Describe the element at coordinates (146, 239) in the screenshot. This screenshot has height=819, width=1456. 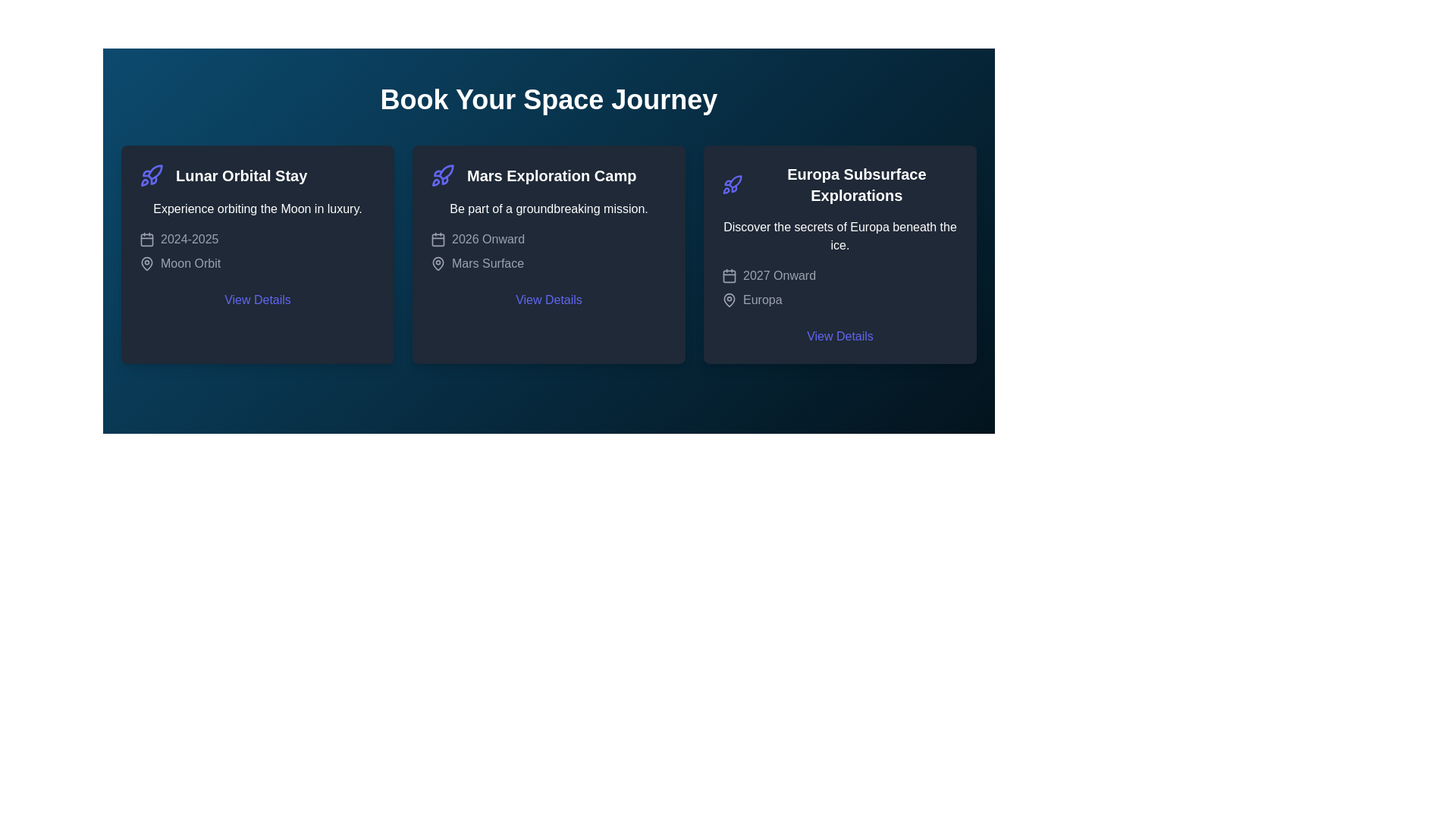
I see `the decorative rectangle that serves as the background of the calendar icon, located near the text '2024-2025' in the leftmost card for the 'Lunar Orbital Stay' offering` at that location.